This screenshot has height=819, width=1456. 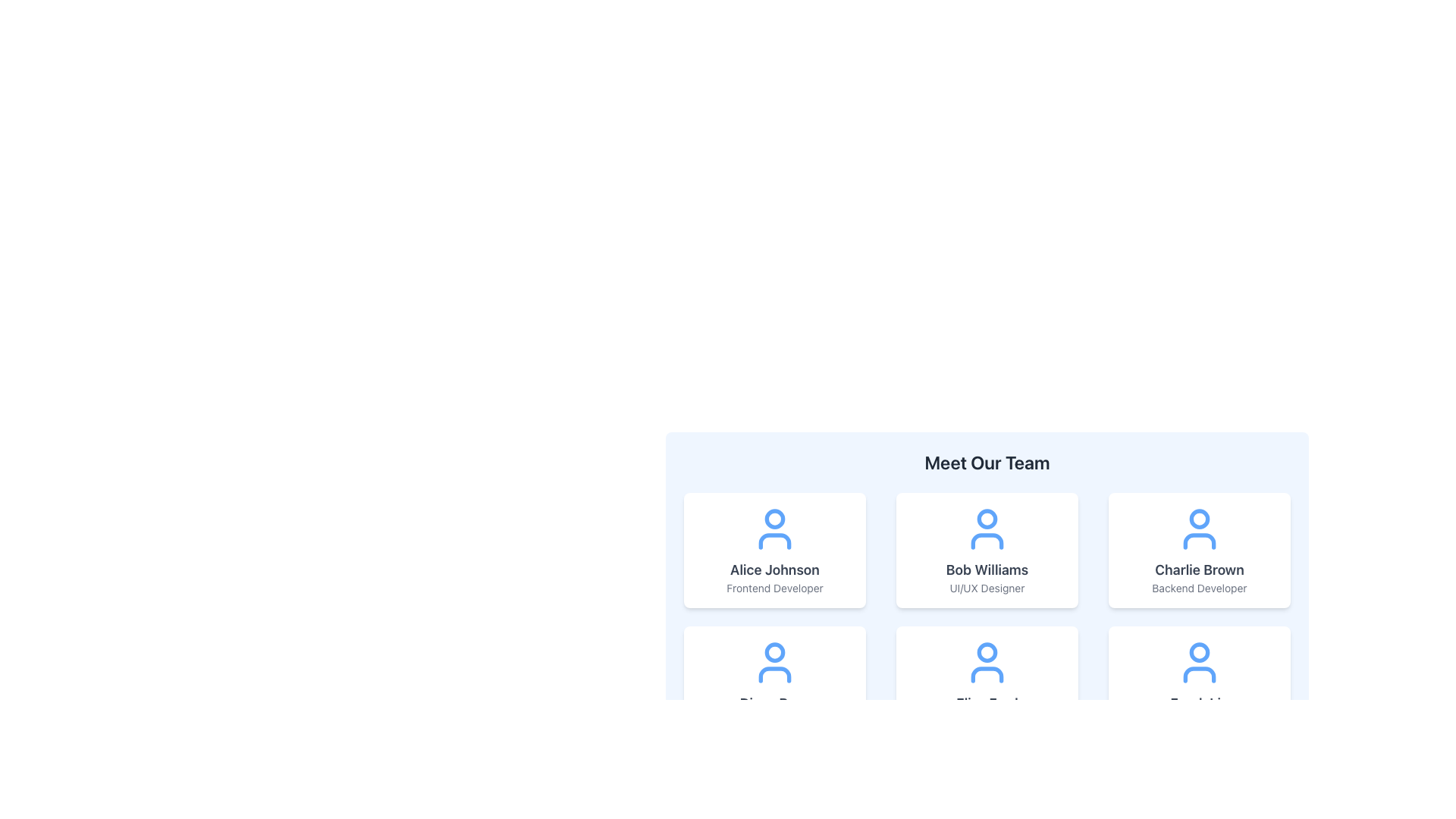 What do you see at coordinates (1199, 529) in the screenshot?
I see `the user icon (SVG) representing 'Charlie Brown', located at the top of the card displaying his name and title in the third column of the grid` at bounding box center [1199, 529].